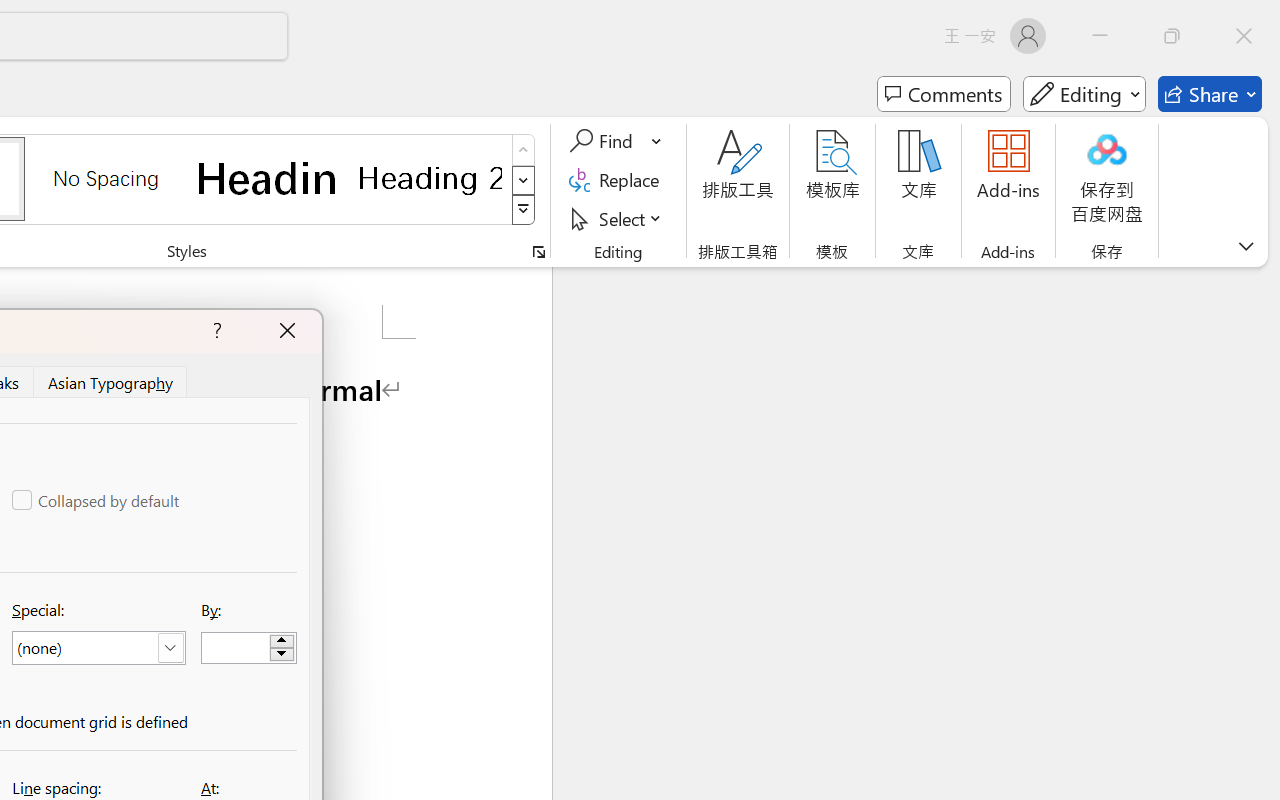 The width and height of the screenshot is (1280, 800). I want to click on 'Styles', so click(523, 210).